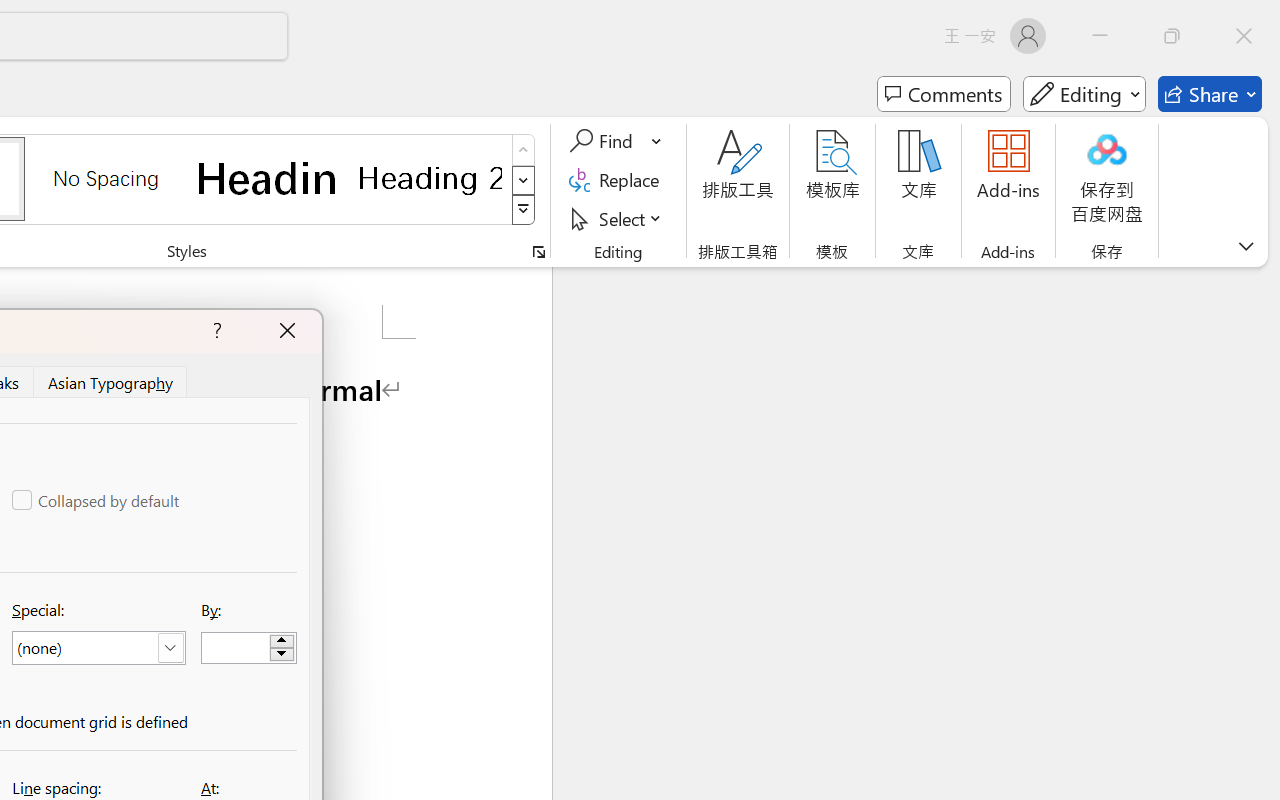 The width and height of the screenshot is (1280, 800). I want to click on 'Styles', so click(523, 210).